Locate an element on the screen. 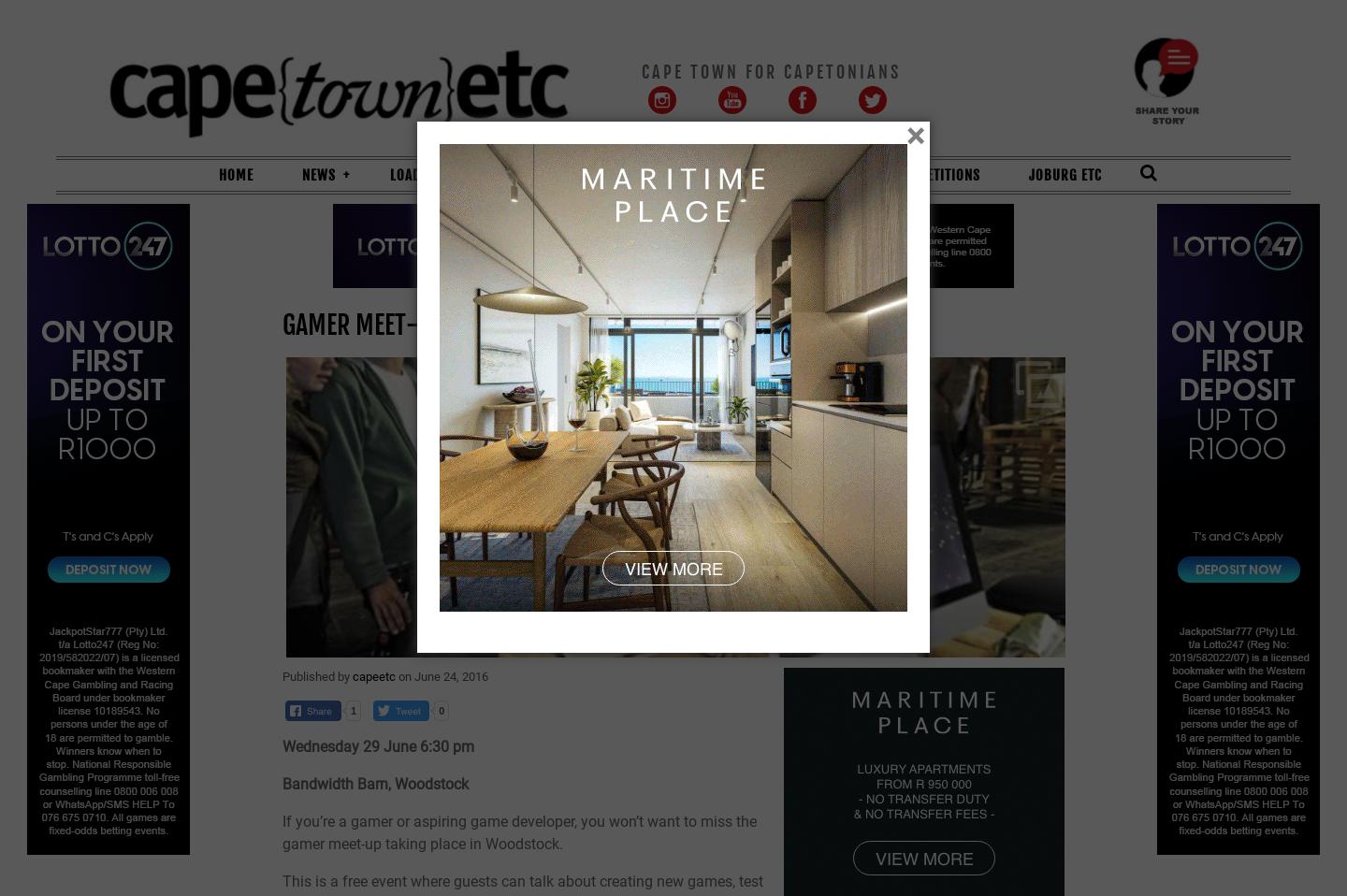 This screenshot has width=1347, height=896. 'CAPE TOWN FOR CAPETONIANS' is located at coordinates (771, 69).